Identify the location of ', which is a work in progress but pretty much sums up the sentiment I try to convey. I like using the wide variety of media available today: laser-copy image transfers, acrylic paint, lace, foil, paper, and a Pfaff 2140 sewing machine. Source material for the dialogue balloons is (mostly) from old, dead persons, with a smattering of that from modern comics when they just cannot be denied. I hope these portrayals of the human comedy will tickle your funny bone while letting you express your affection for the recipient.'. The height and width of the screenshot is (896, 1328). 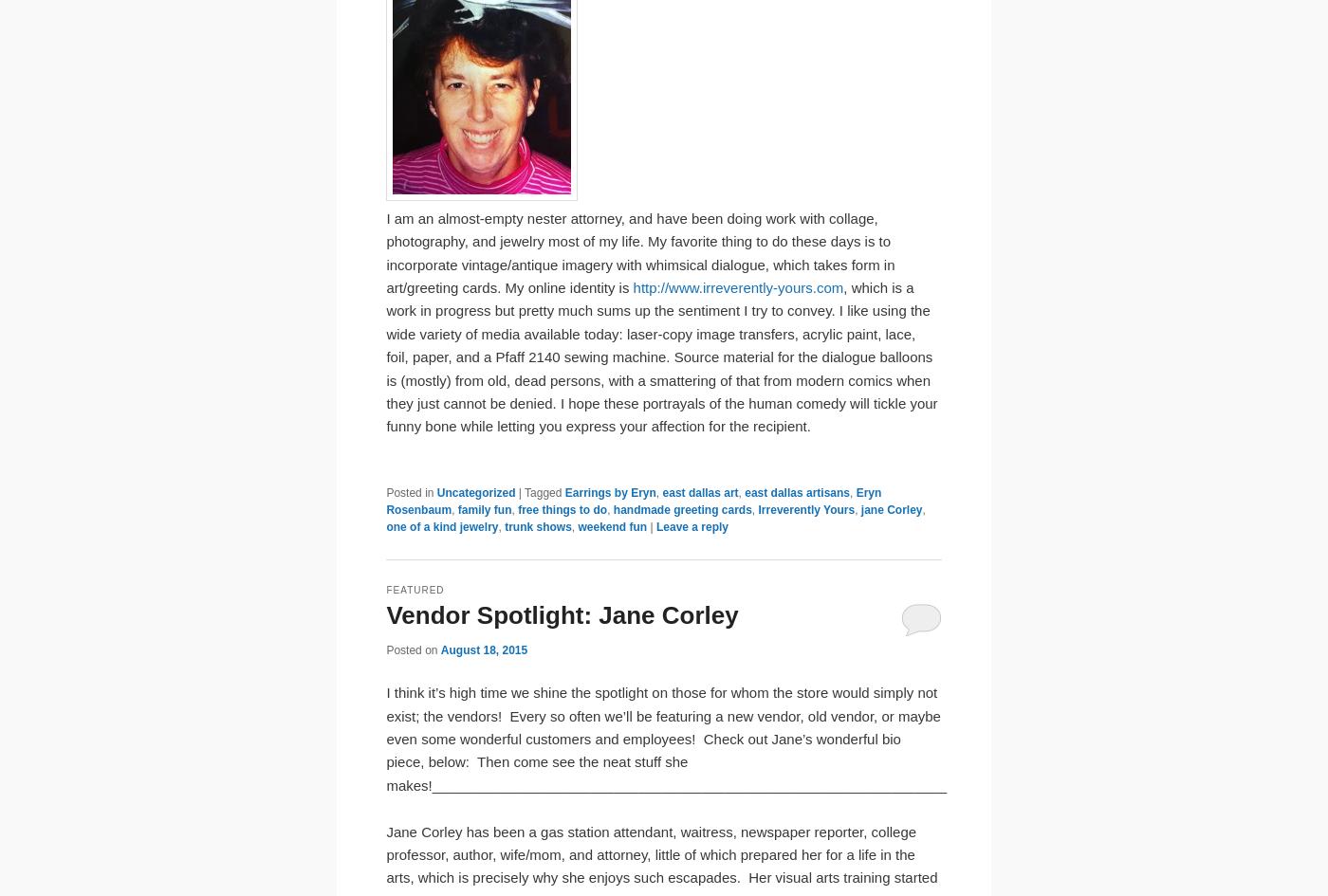
(661, 356).